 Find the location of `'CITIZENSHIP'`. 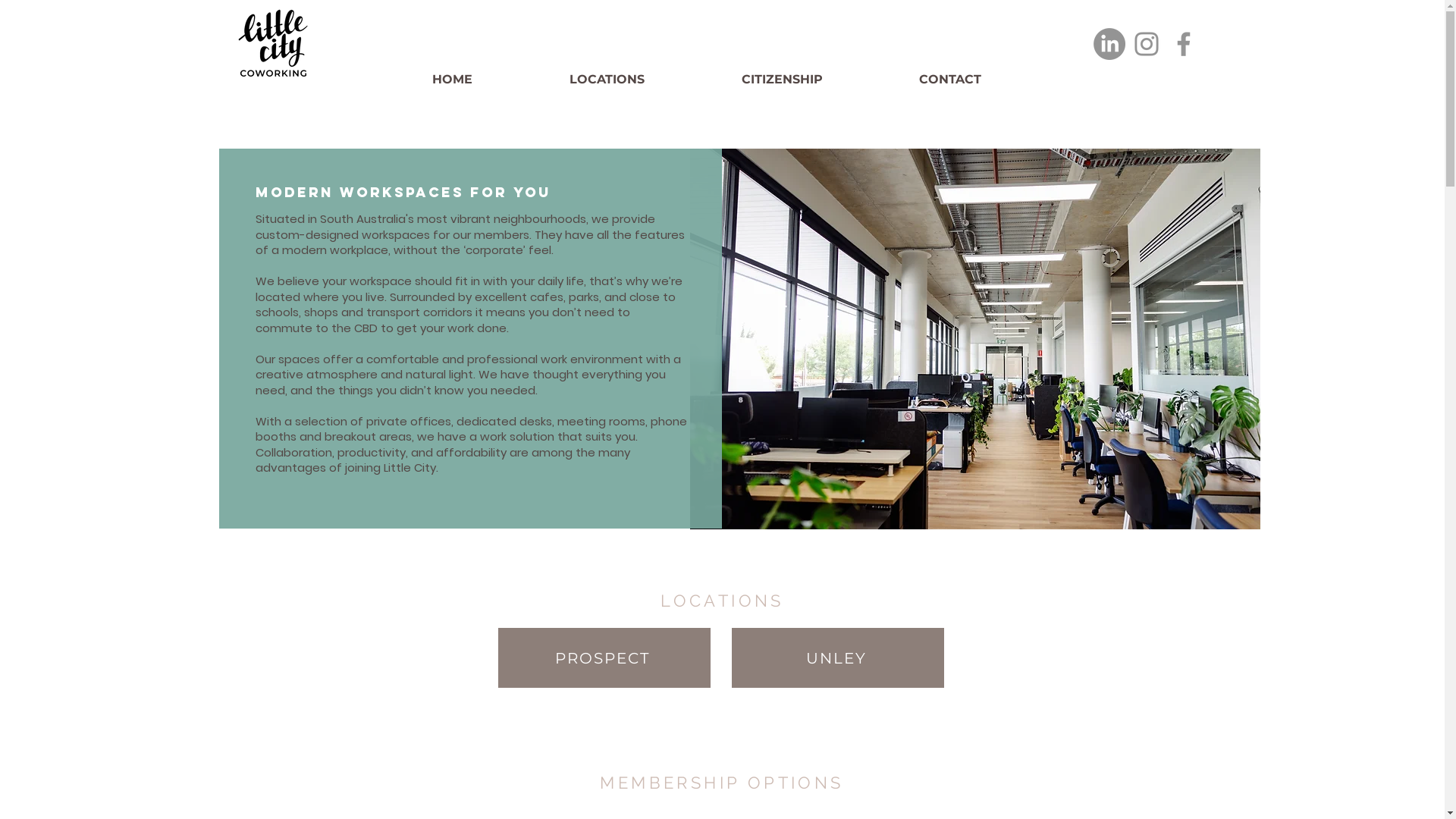

'CITIZENSHIP' is located at coordinates (821, 79).